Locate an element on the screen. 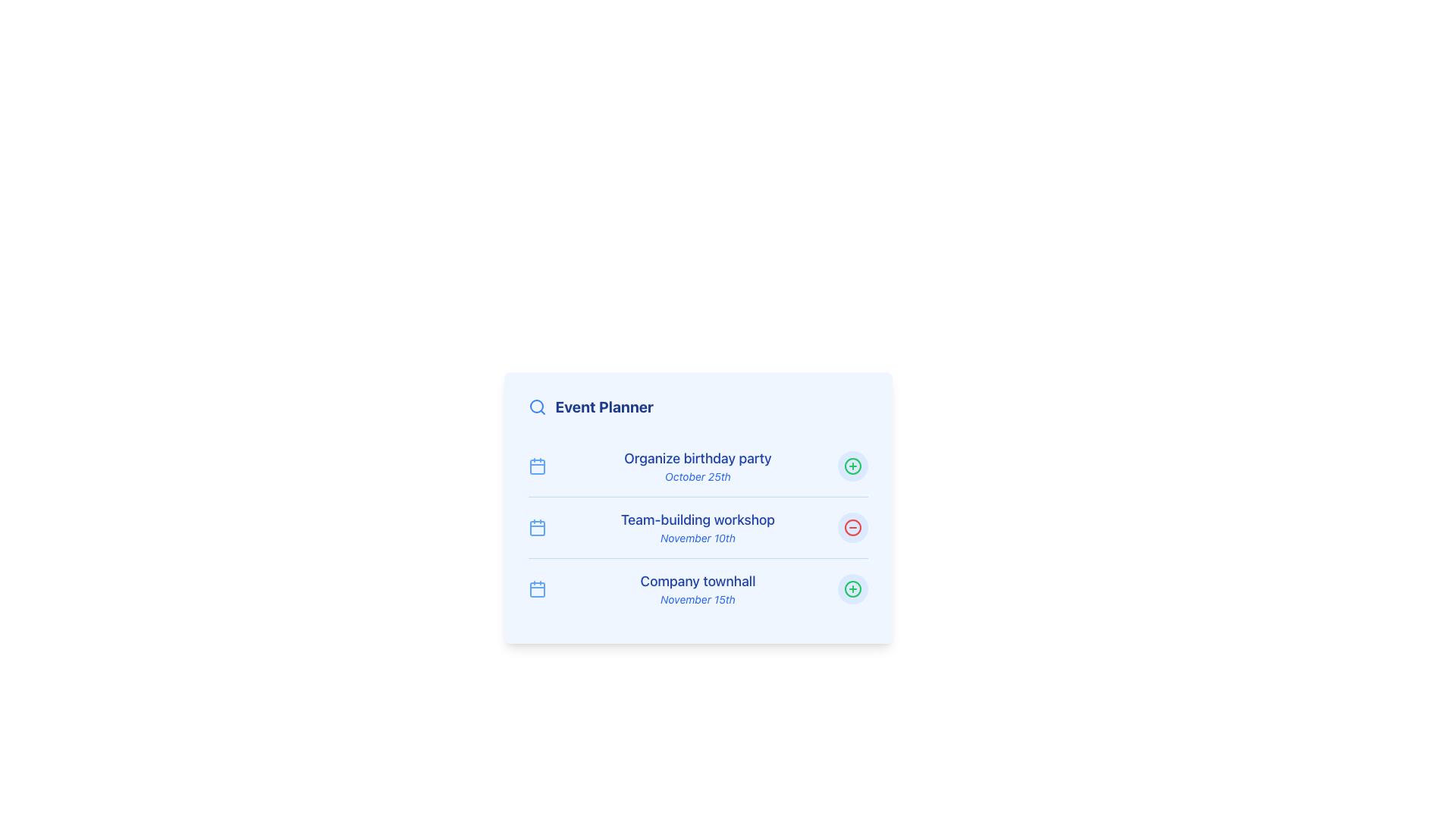 Image resolution: width=1456 pixels, height=819 pixels. the text label displaying 'October 25th', which is styled in blue and italicized, located under 'Organize birthday party' in the 'Event Planner' list is located at coordinates (697, 475).